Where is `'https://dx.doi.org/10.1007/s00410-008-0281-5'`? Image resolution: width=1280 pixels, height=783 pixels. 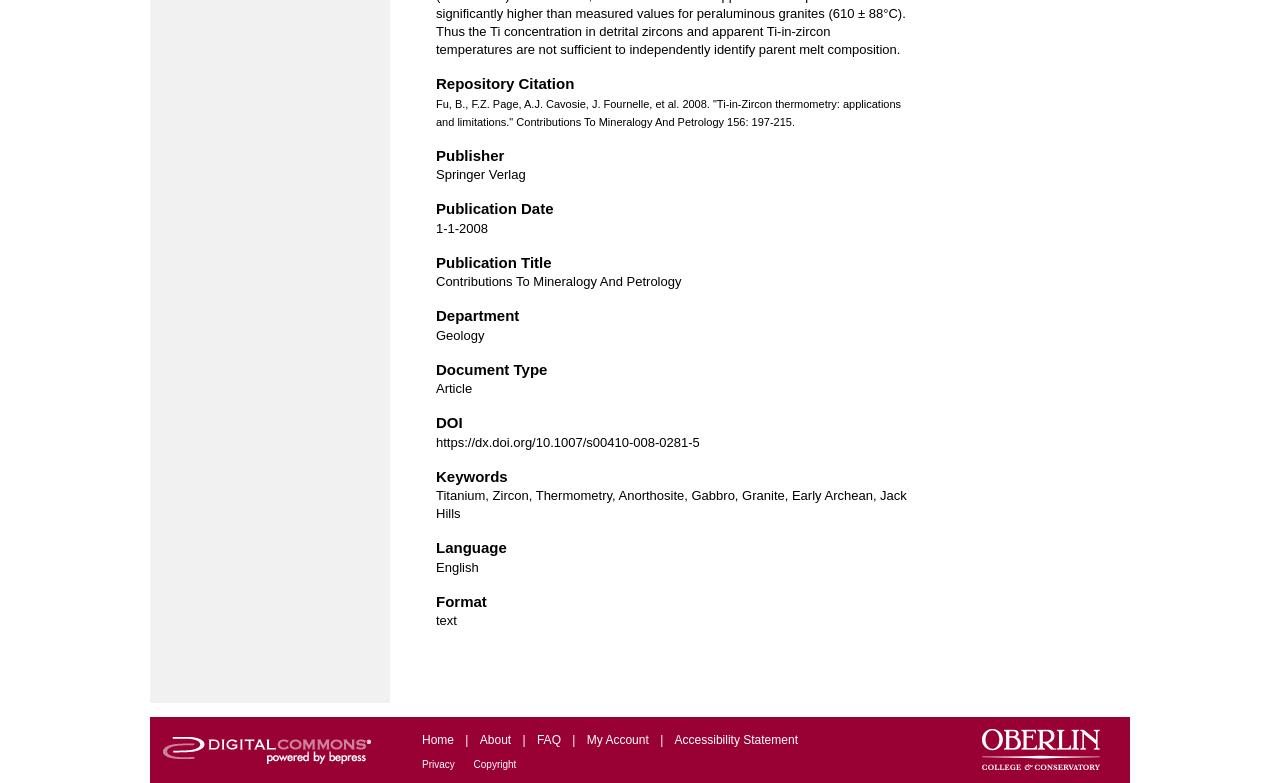 'https://dx.doi.org/10.1007/s00410-008-0281-5' is located at coordinates (434, 440).